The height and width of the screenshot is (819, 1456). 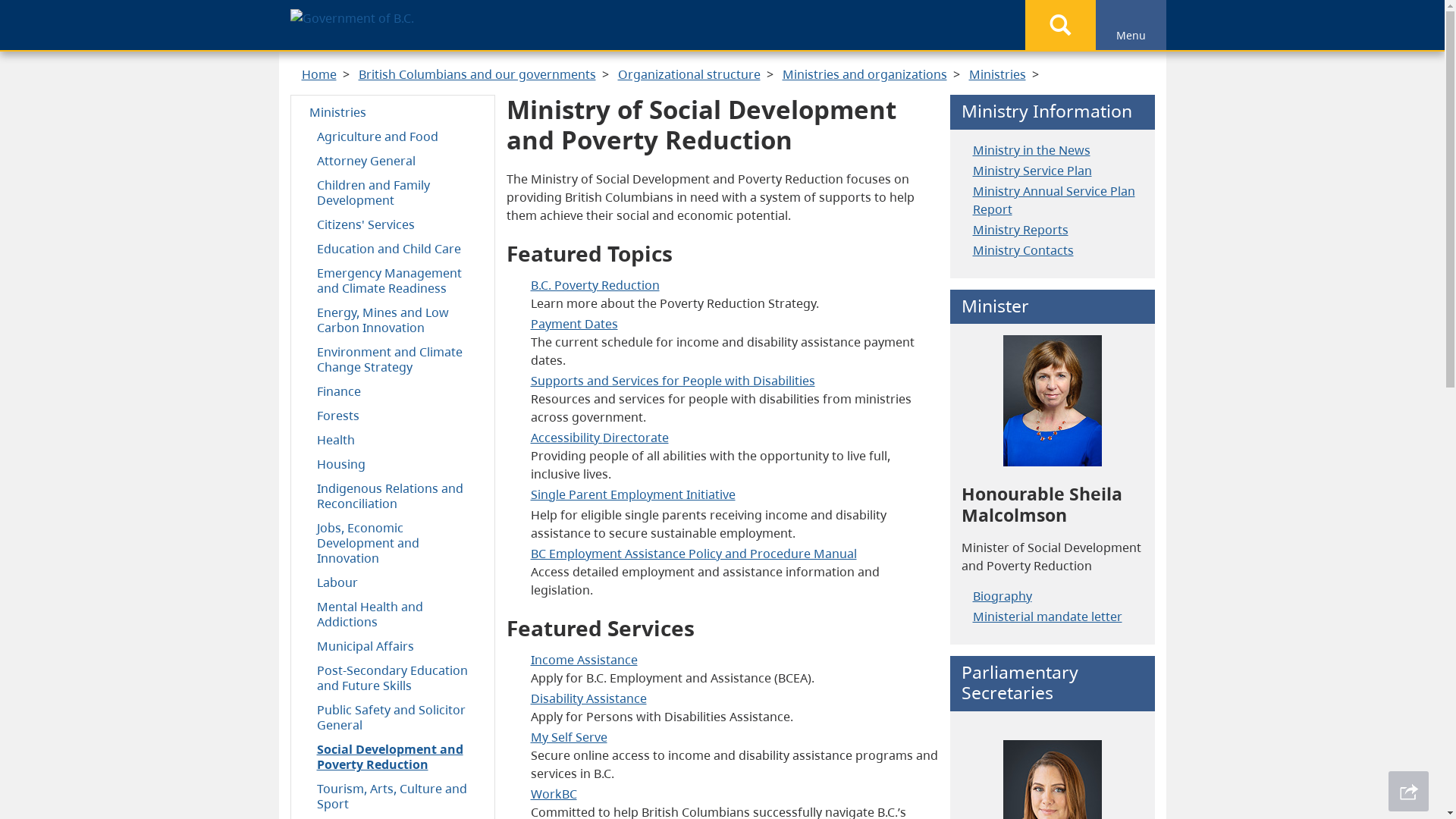 I want to click on 'Share This Page', so click(x=1407, y=790).